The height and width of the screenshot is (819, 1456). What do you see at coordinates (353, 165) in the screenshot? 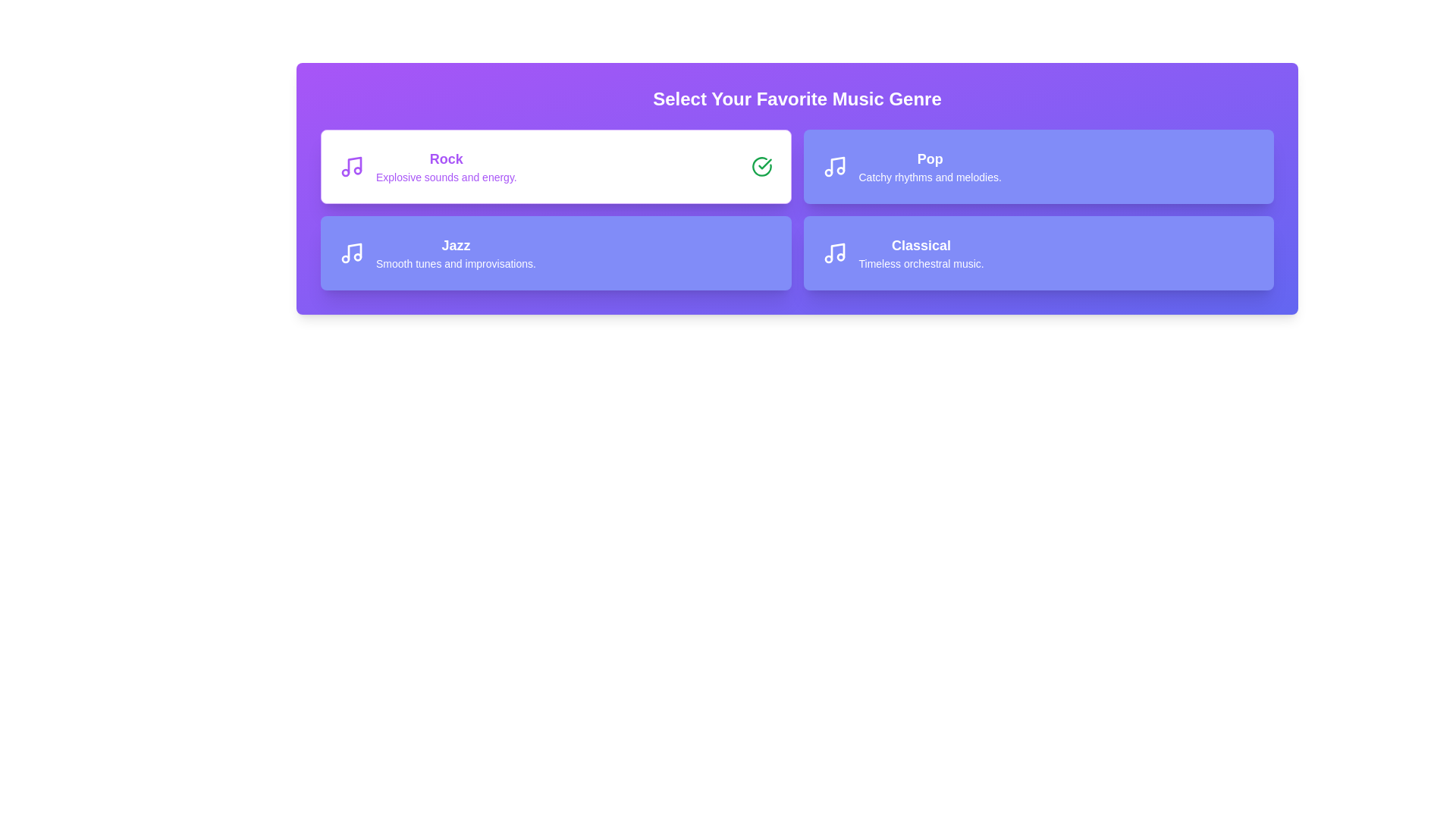
I see `the musical note icon segment, which is part of the illustration resembling a music symbol, located to the left of the 'Rock' text in the top-left card of the selection grid` at bounding box center [353, 165].